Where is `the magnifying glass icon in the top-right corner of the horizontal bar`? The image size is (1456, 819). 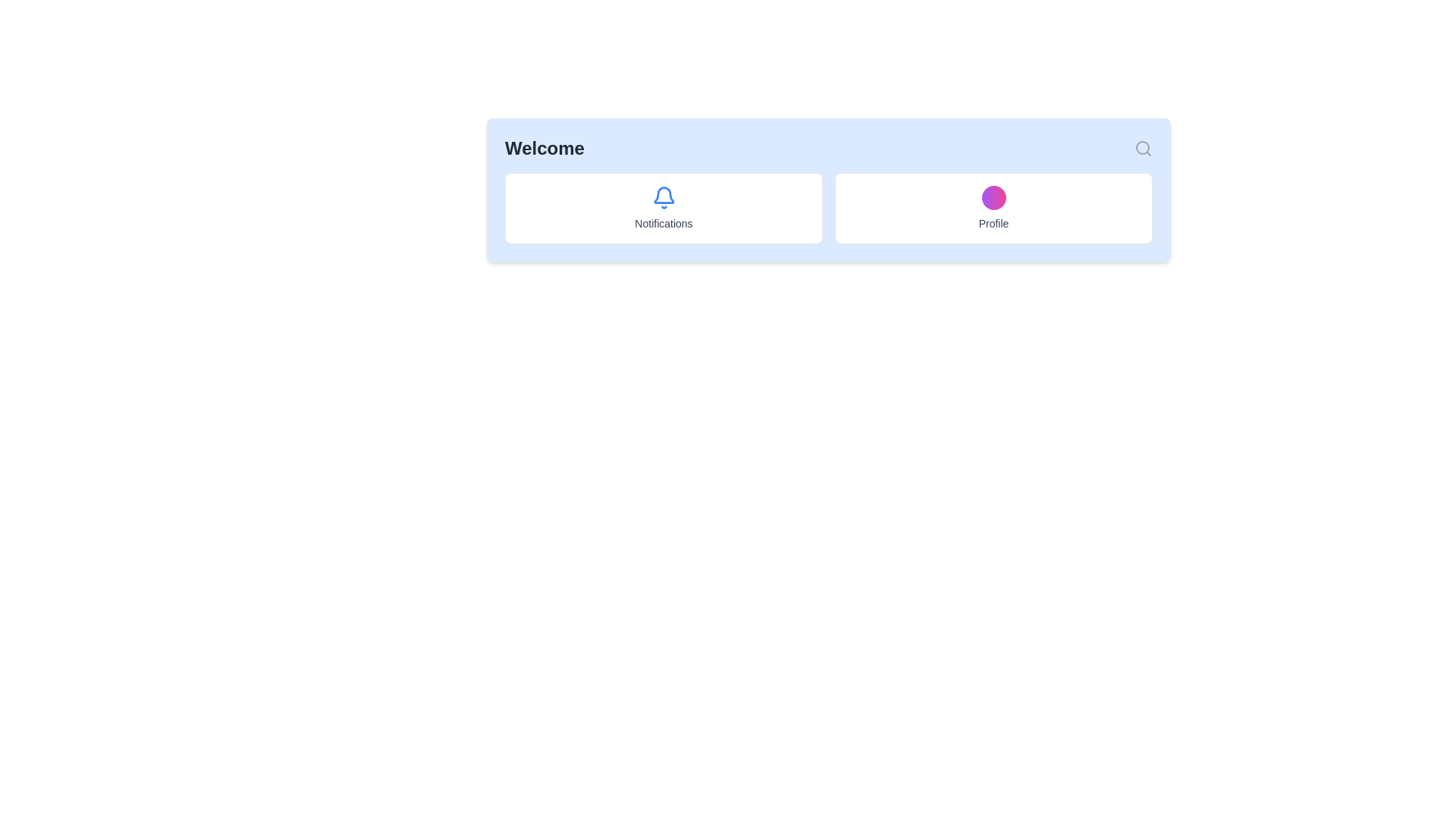
the magnifying glass icon in the top-right corner of the horizontal bar is located at coordinates (1143, 149).